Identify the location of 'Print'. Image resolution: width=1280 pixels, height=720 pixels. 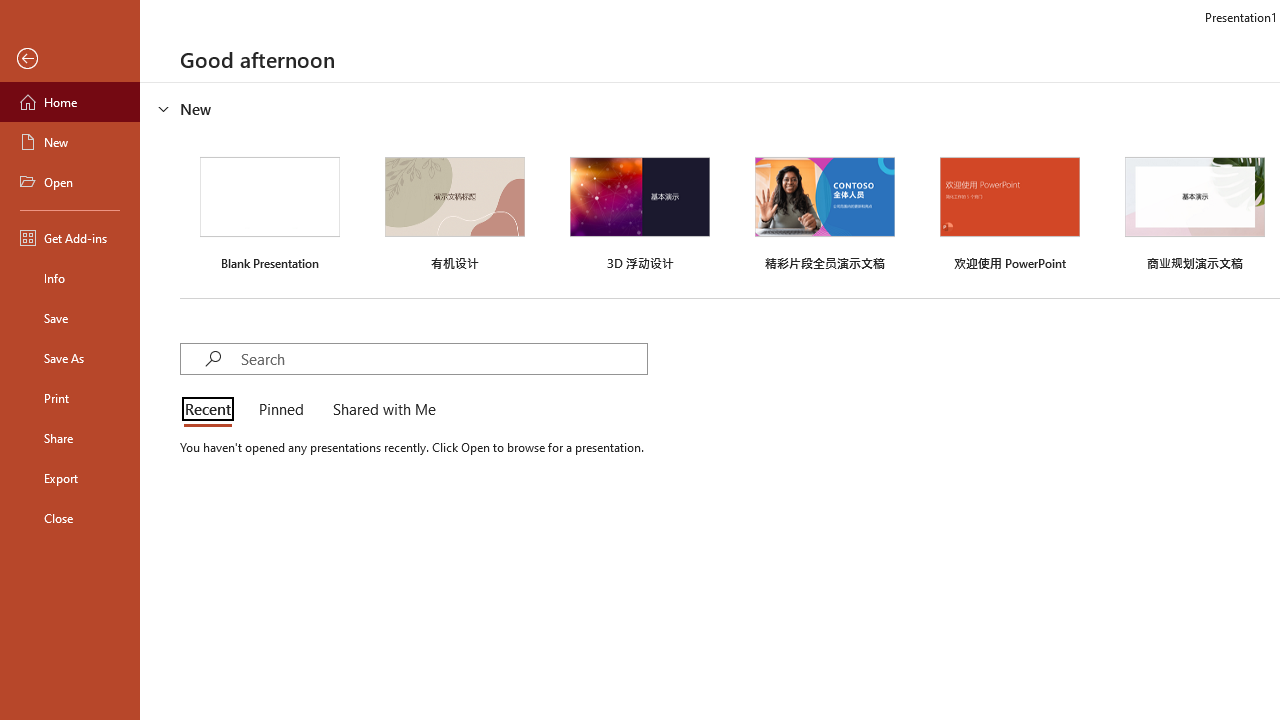
(69, 398).